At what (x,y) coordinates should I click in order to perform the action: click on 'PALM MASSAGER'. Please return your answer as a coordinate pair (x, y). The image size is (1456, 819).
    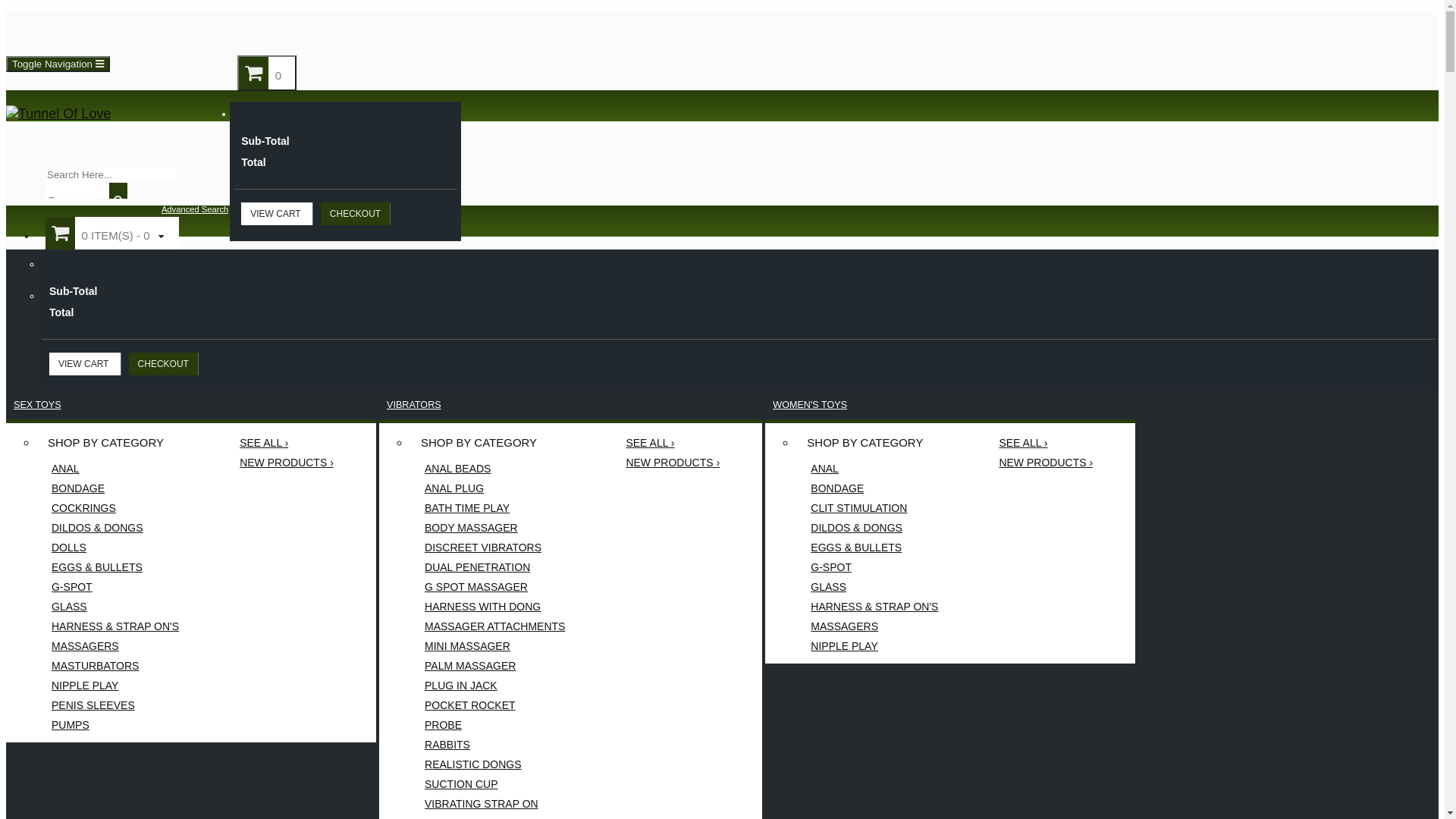
    Looking at the image, I should click on (494, 665).